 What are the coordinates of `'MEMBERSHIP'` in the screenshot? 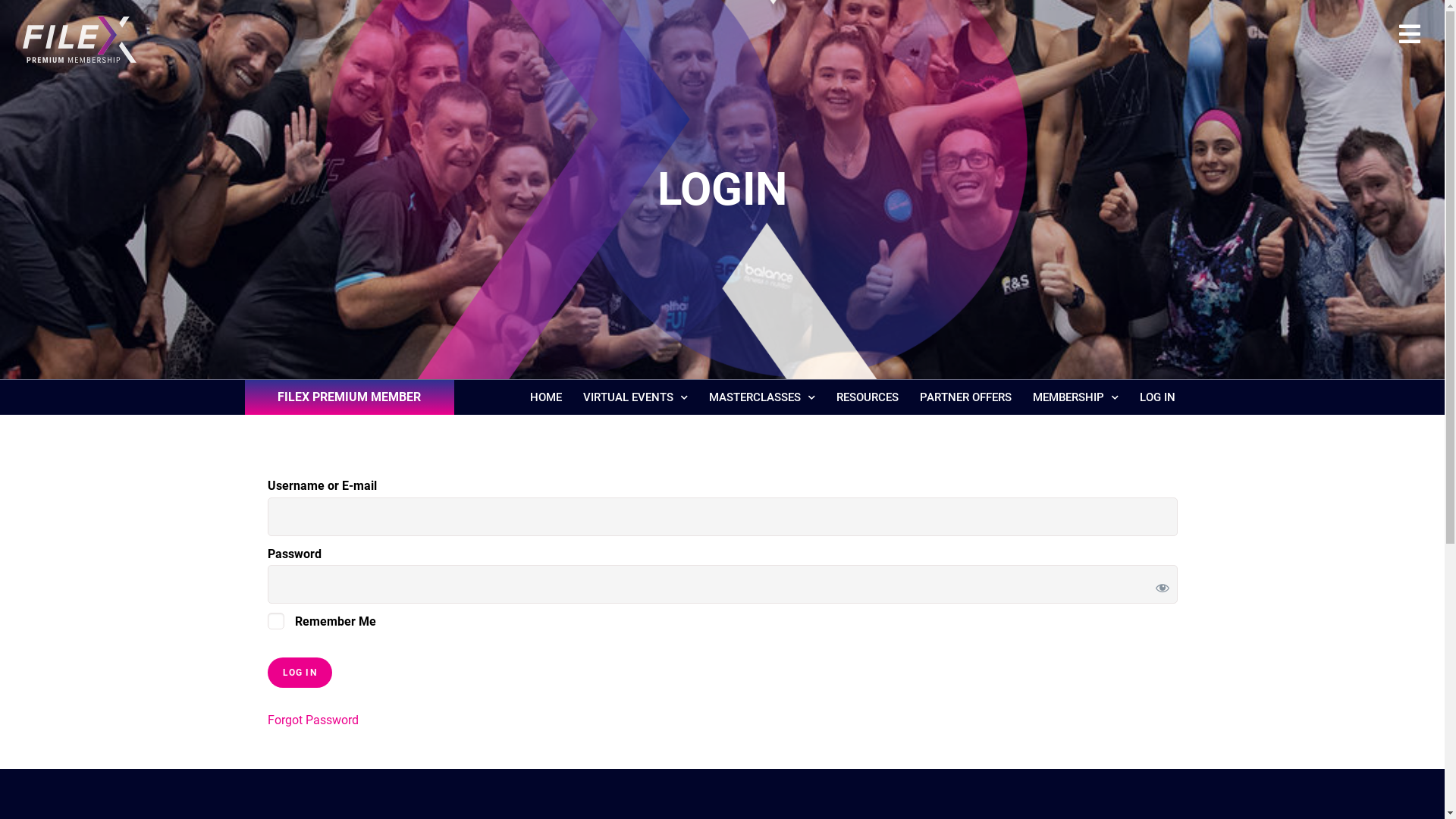 It's located at (1075, 397).